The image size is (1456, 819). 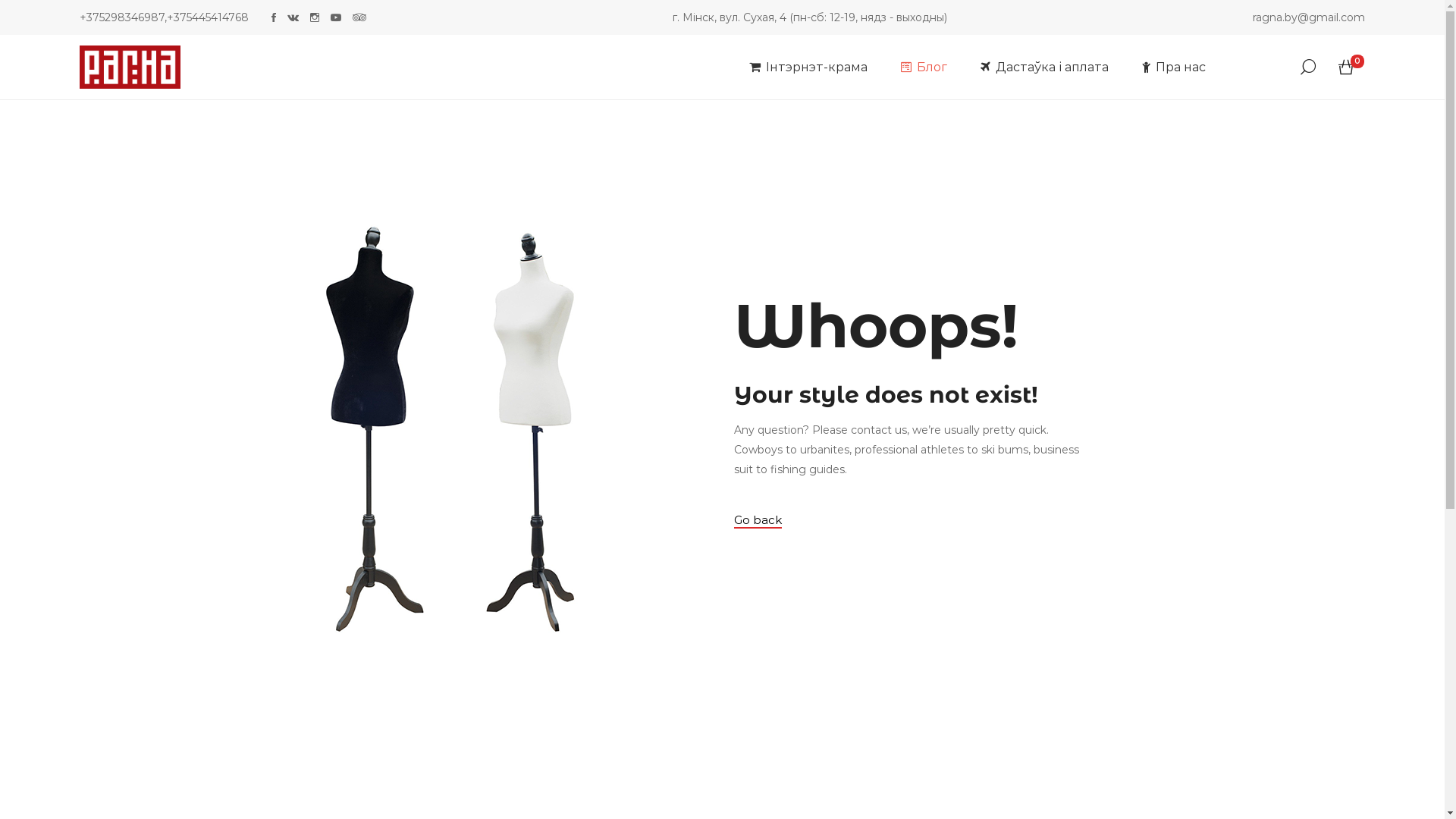 I want to click on 'ragna.by@gmail.com', so click(x=1308, y=17).